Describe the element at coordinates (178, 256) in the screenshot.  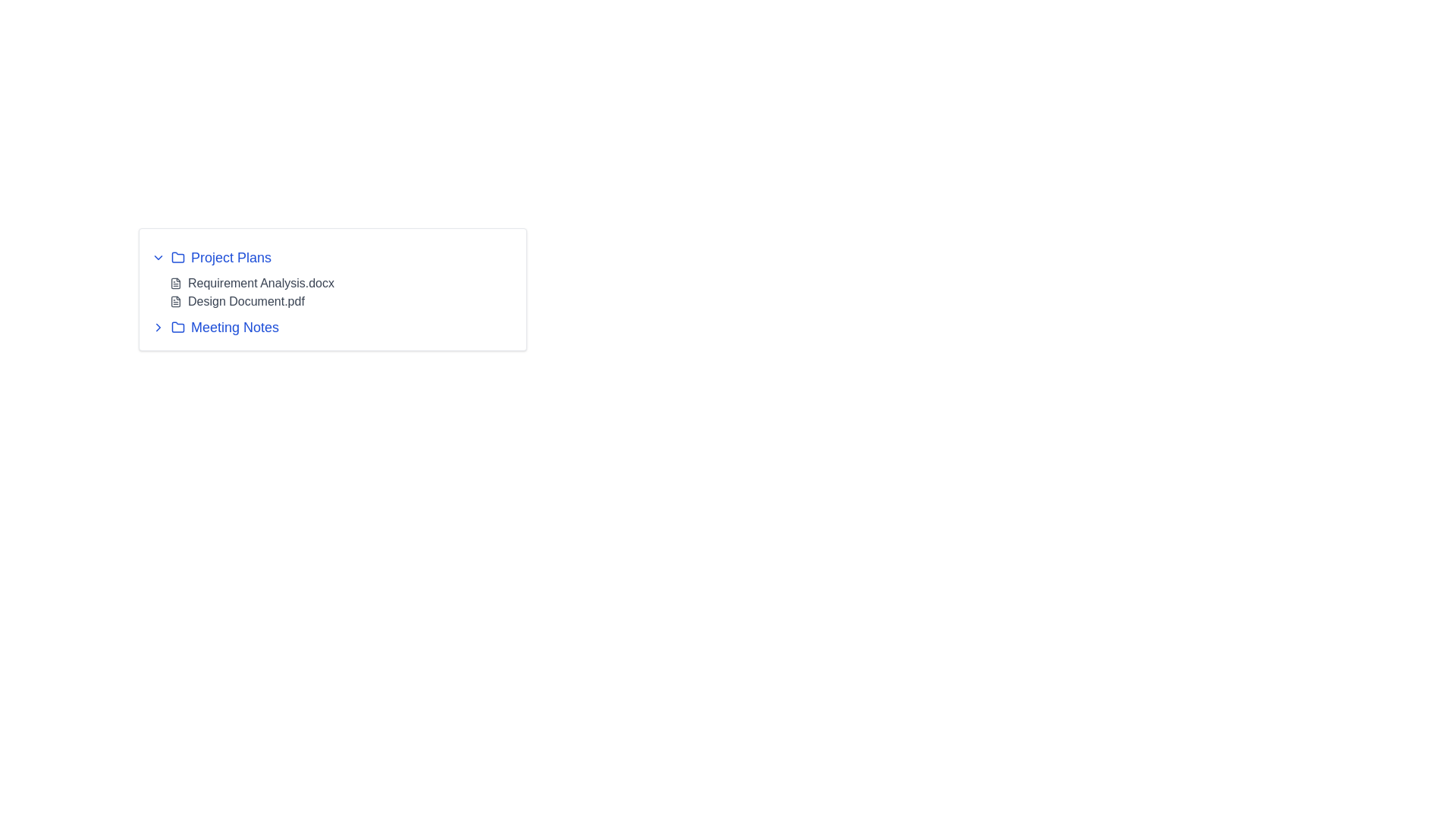
I see `the folder icon representing 'Project Plans'` at that location.